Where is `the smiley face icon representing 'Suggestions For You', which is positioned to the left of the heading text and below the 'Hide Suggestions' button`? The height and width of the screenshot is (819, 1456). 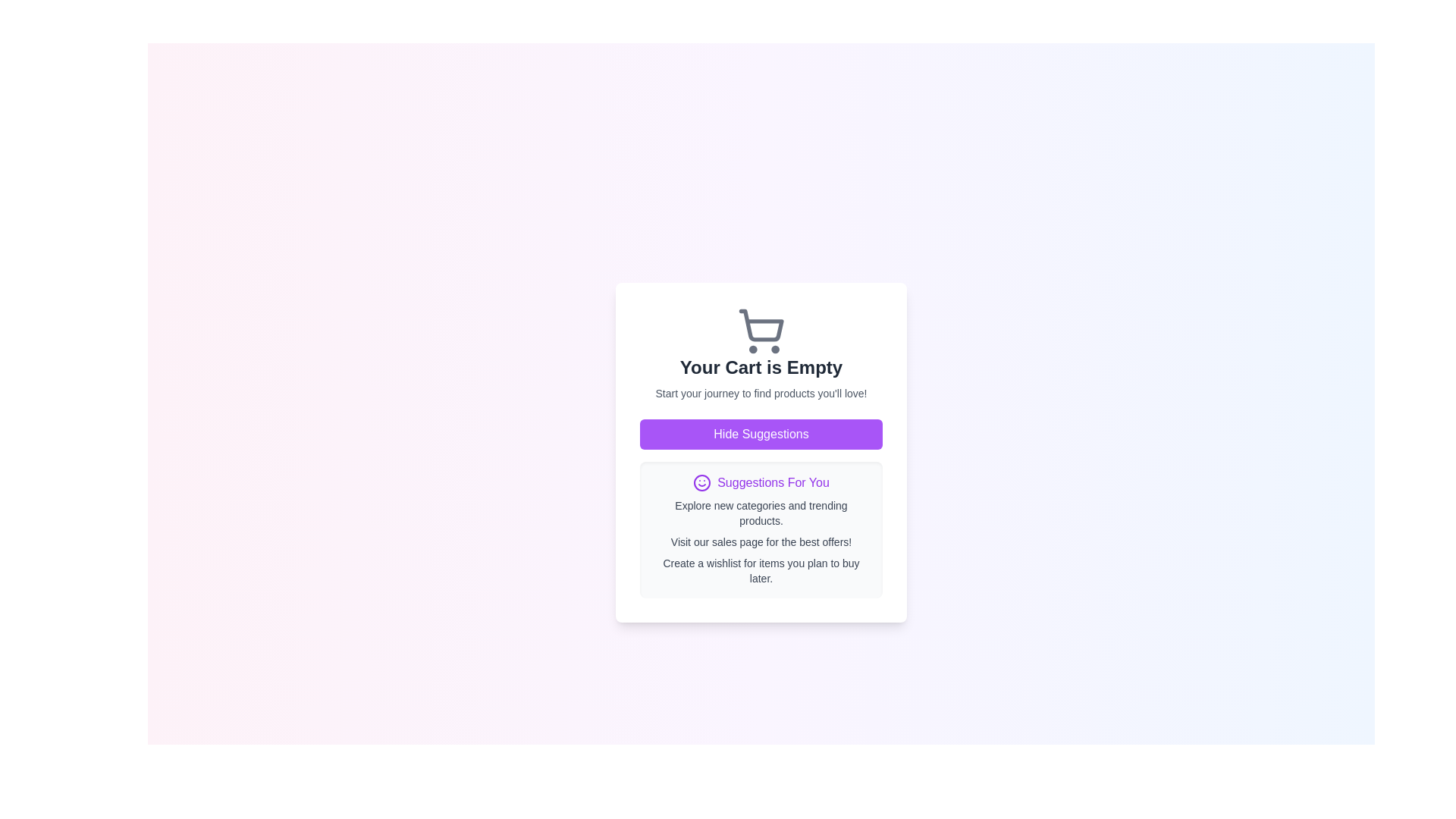 the smiley face icon representing 'Suggestions For You', which is positioned to the left of the heading text and below the 'Hide Suggestions' button is located at coordinates (701, 482).